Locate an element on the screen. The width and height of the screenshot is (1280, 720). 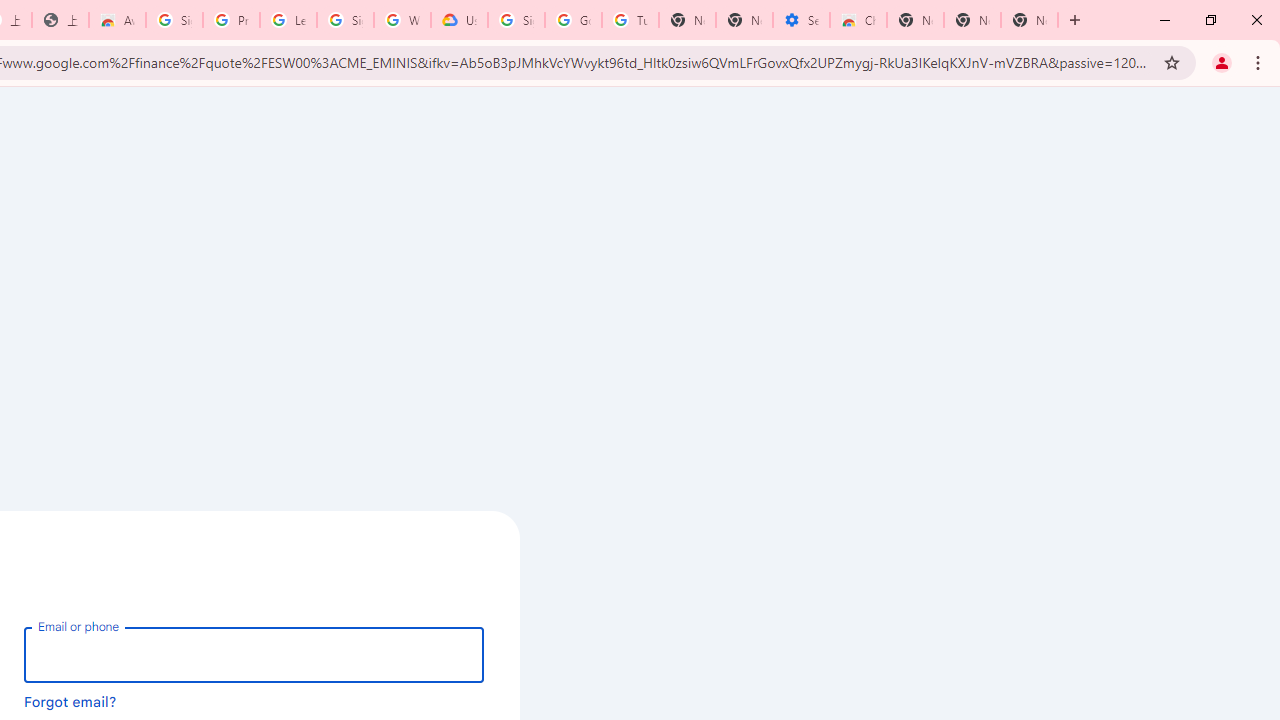
'Turn cookies on or off - Computer - Google Account Help' is located at coordinates (629, 20).